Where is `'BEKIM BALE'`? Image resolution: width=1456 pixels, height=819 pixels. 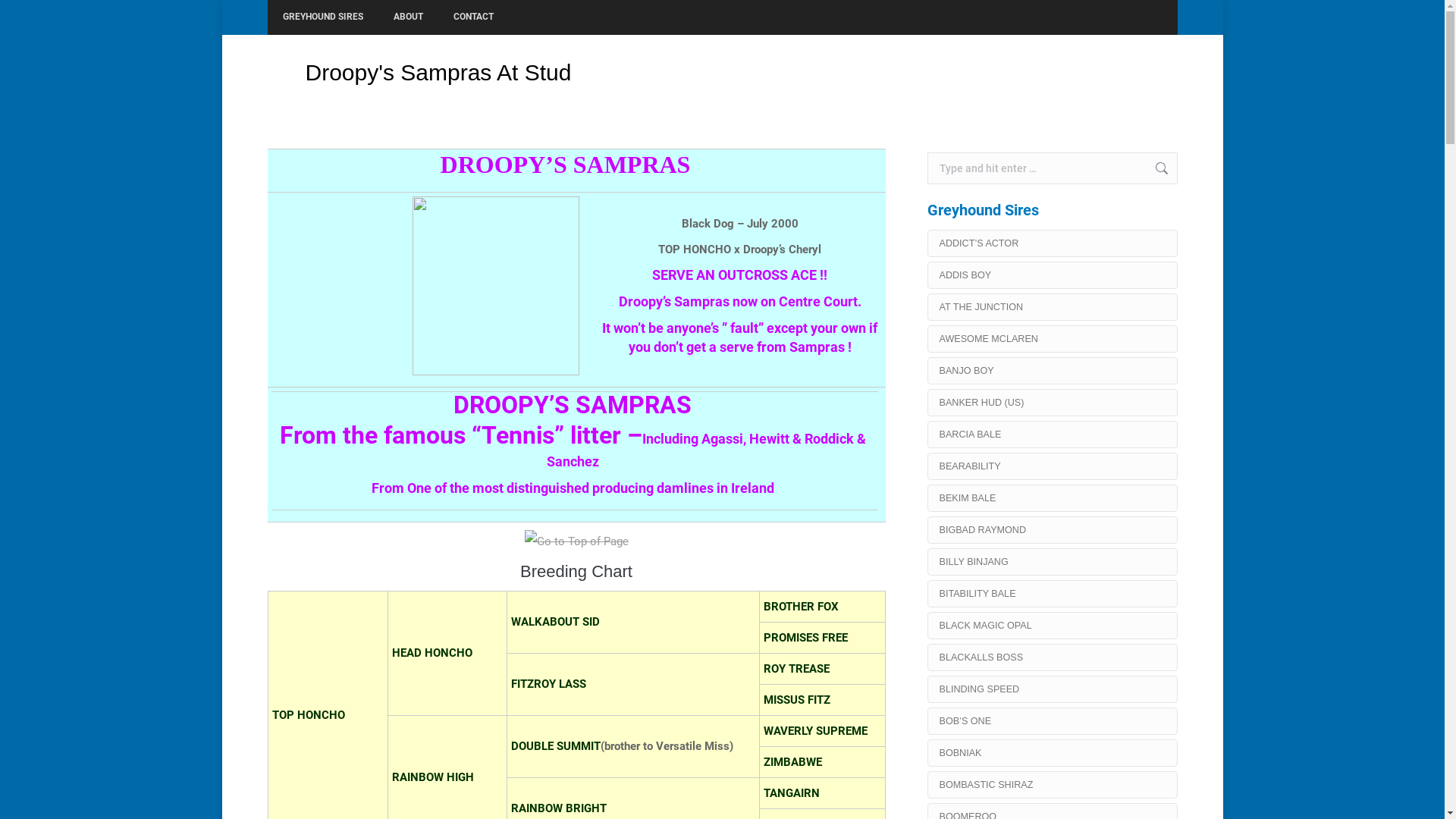 'BEKIM BALE' is located at coordinates (1051, 497).